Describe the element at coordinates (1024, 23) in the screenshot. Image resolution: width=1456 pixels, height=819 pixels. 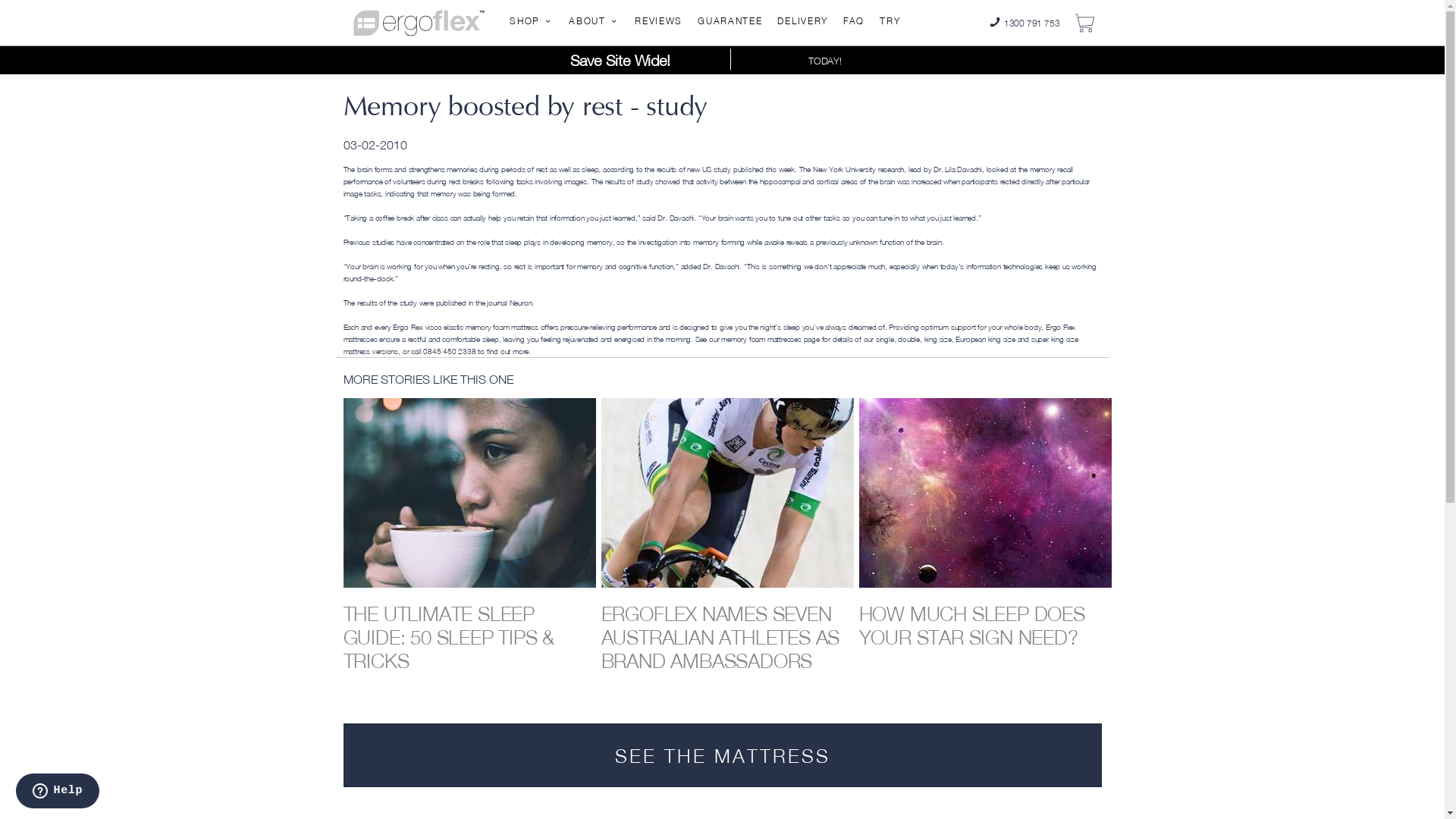
I see `'1300 791 753'` at that location.